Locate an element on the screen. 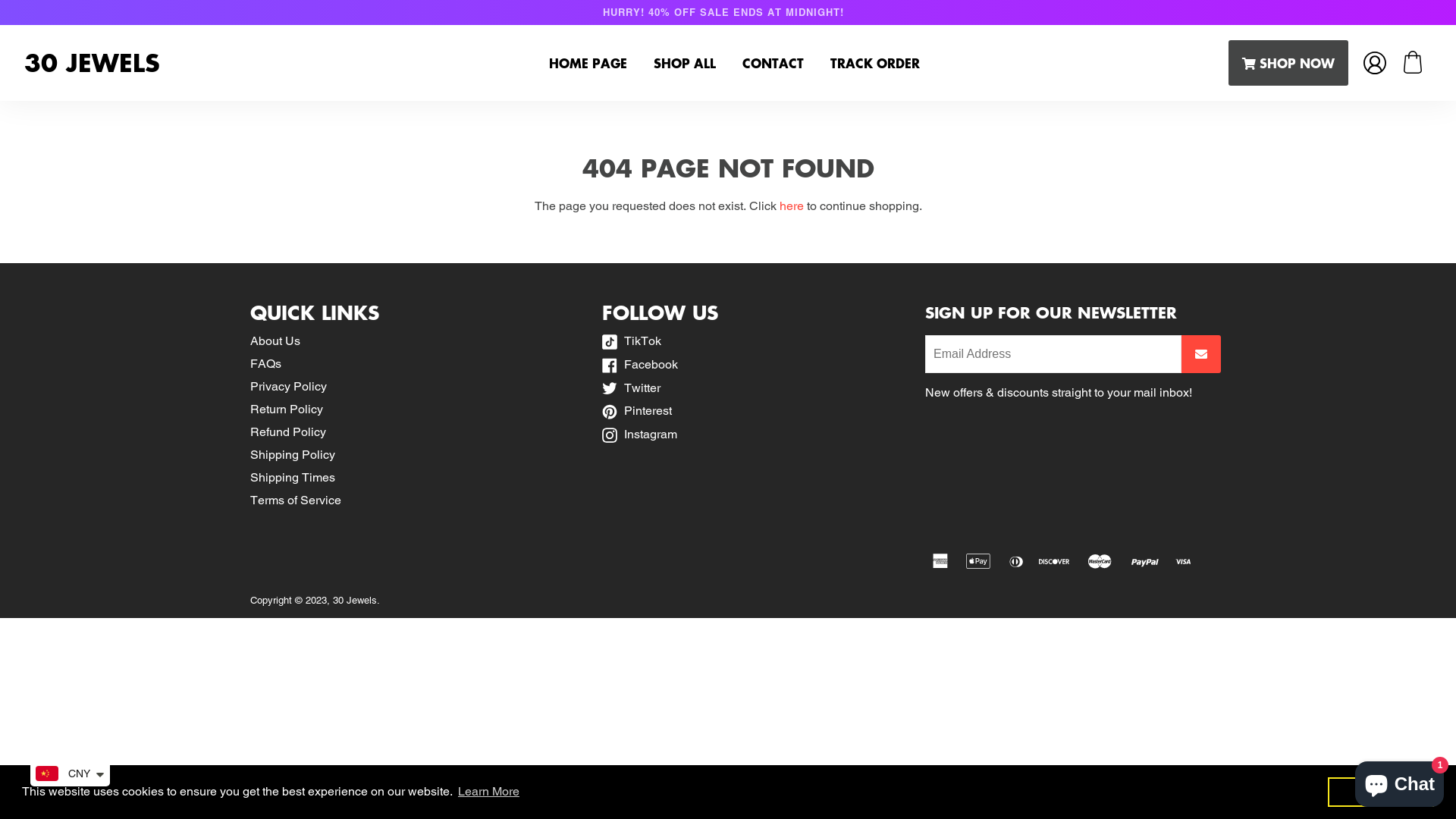 The height and width of the screenshot is (819, 1456). 'HOME PAGE' is located at coordinates (587, 62).